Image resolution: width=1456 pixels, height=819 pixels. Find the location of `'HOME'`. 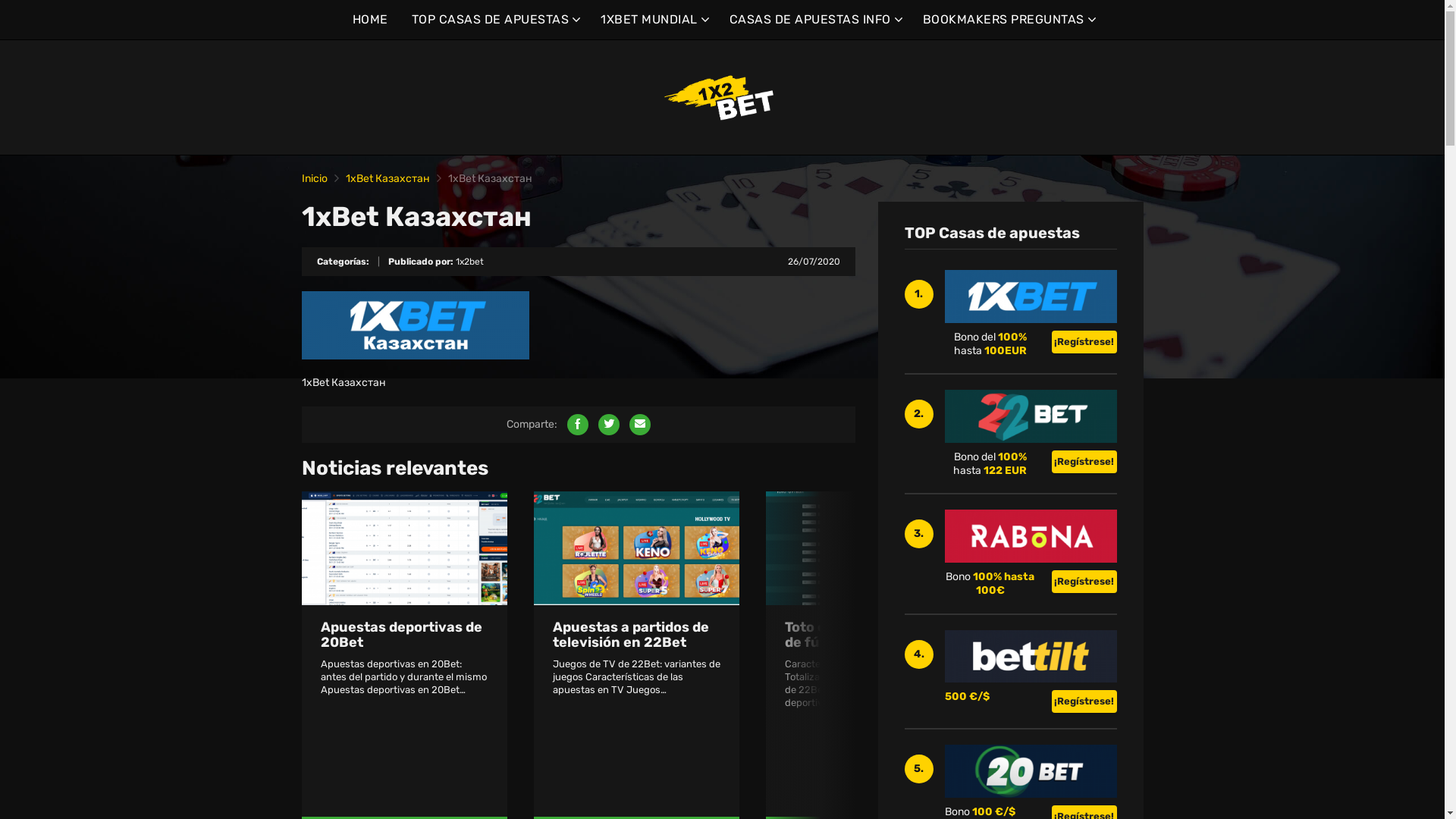

'HOME' is located at coordinates (369, 20).